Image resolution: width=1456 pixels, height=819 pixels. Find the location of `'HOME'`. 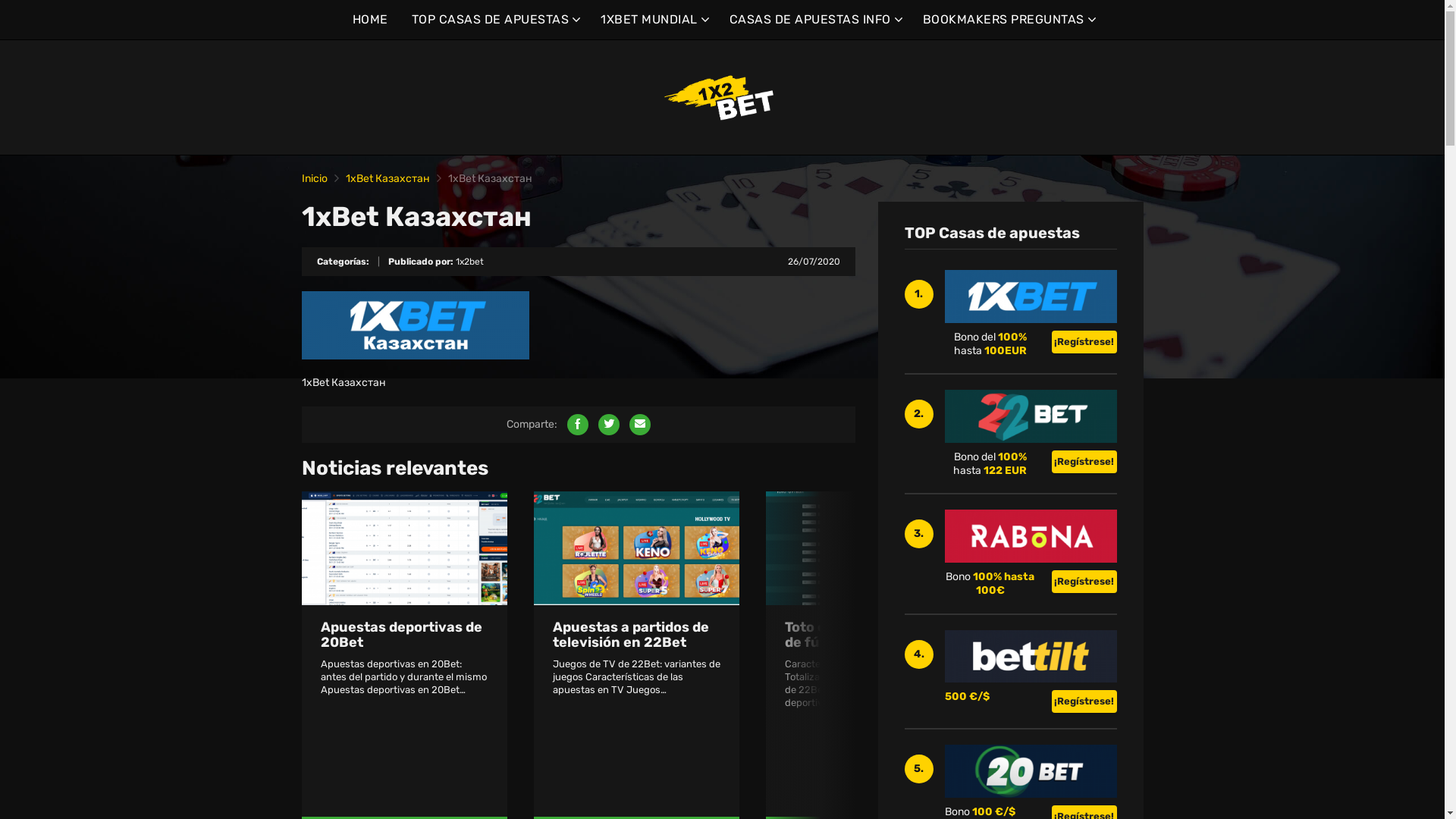

'HOME' is located at coordinates (369, 20).